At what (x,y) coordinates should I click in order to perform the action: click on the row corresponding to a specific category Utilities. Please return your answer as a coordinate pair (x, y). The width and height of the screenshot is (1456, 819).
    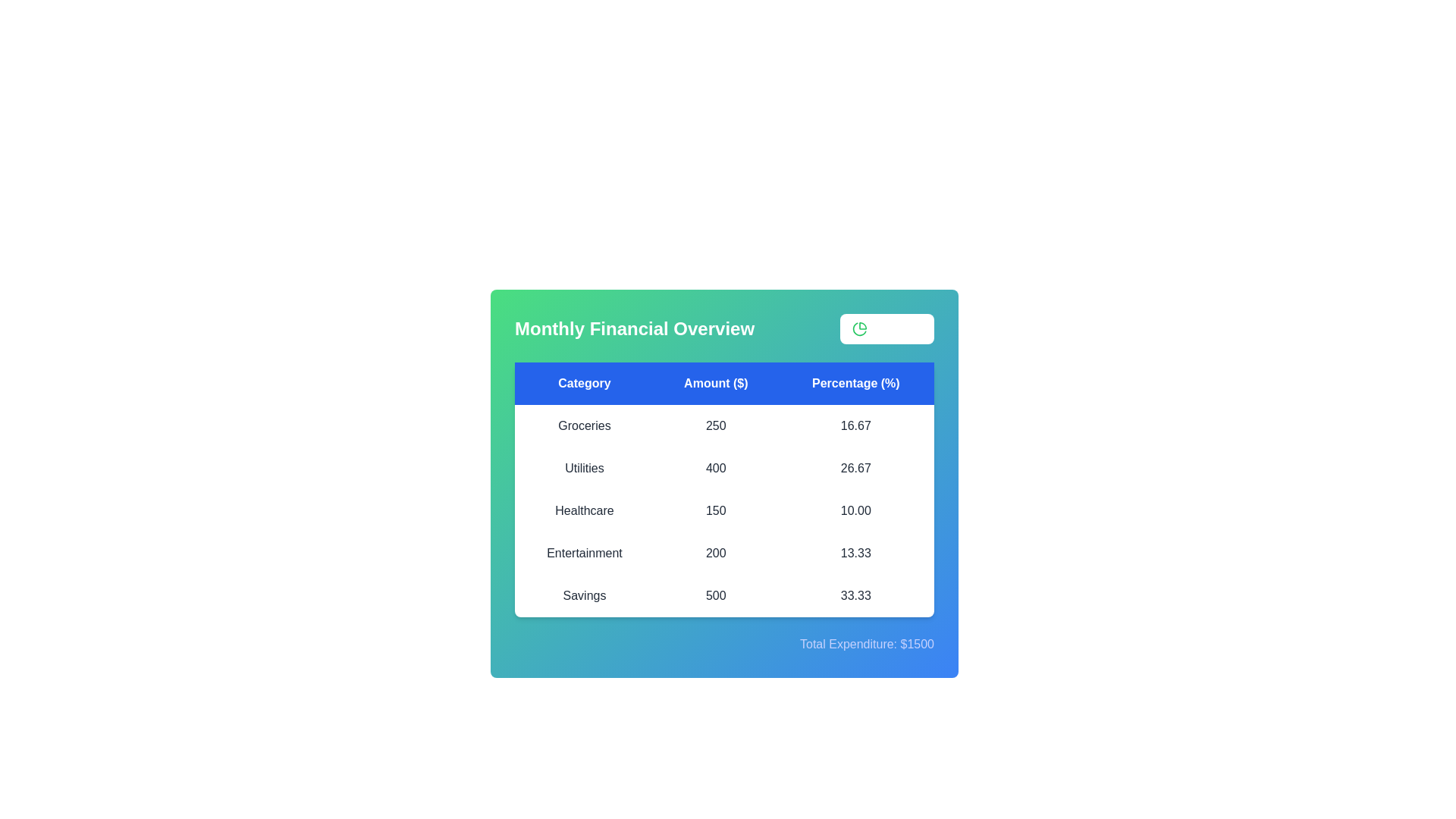
    Looking at the image, I should click on (584, 467).